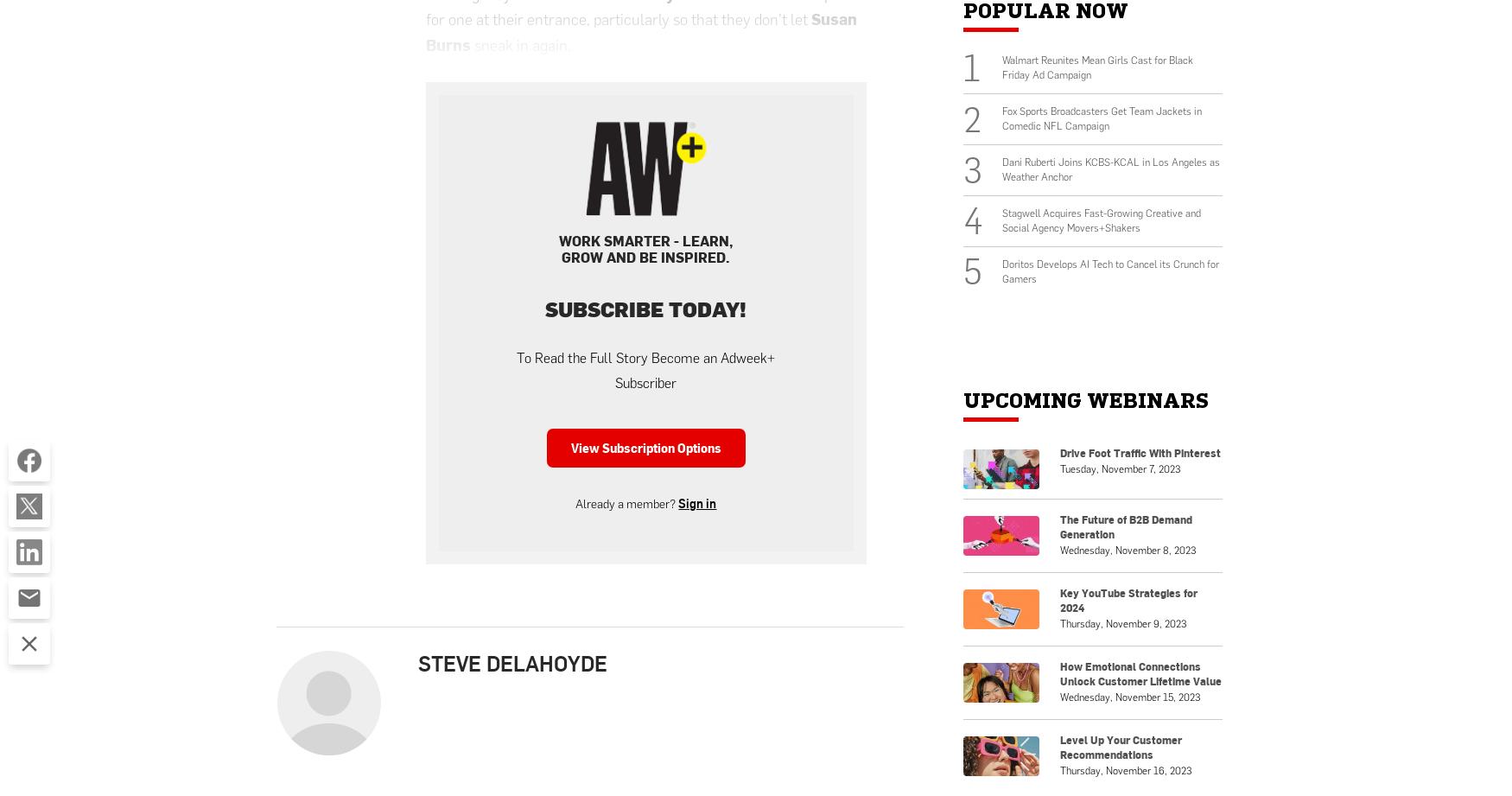  I want to click on 'Drive Foot Traffic With Pinterest', so click(1139, 452).